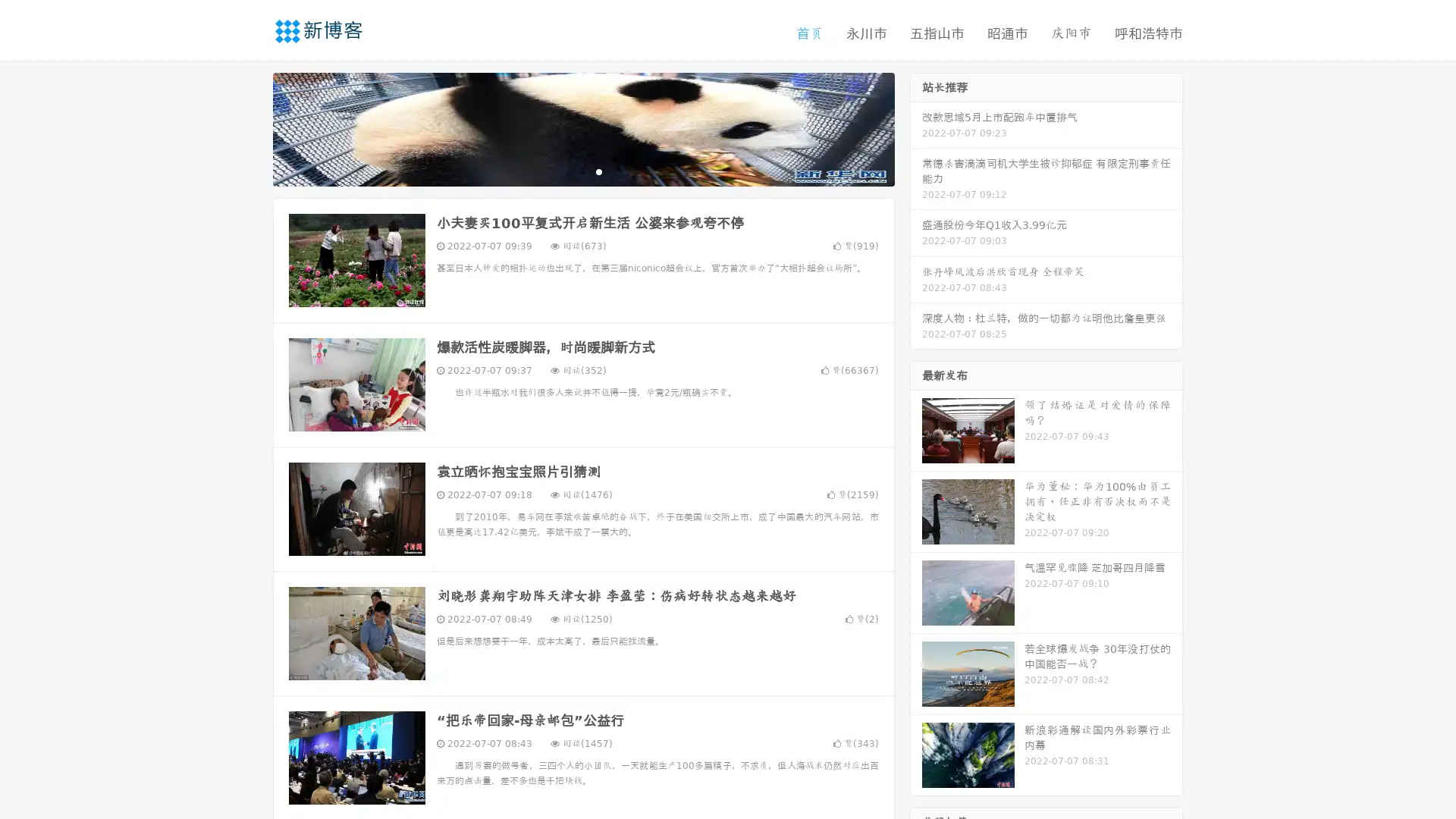 The width and height of the screenshot is (1456, 819). What do you see at coordinates (916, 127) in the screenshot?
I see `Next slide` at bounding box center [916, 127].